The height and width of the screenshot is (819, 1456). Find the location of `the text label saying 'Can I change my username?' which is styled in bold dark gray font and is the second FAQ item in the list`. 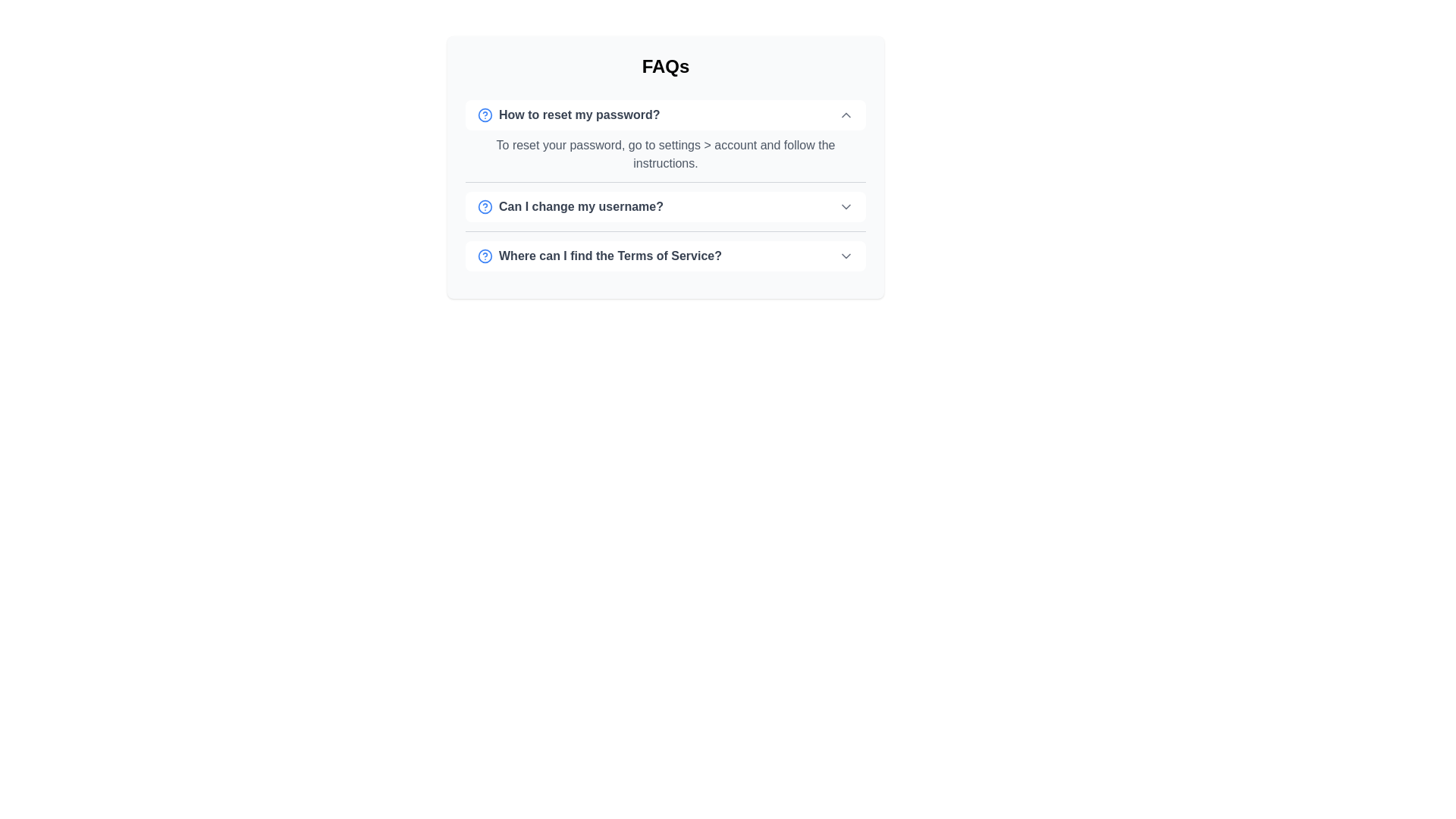

the text label saying 'Can I change my username?' which is styled in bold dark gray font and is the second FAQ item in the list is located at coordinates (570, 207).